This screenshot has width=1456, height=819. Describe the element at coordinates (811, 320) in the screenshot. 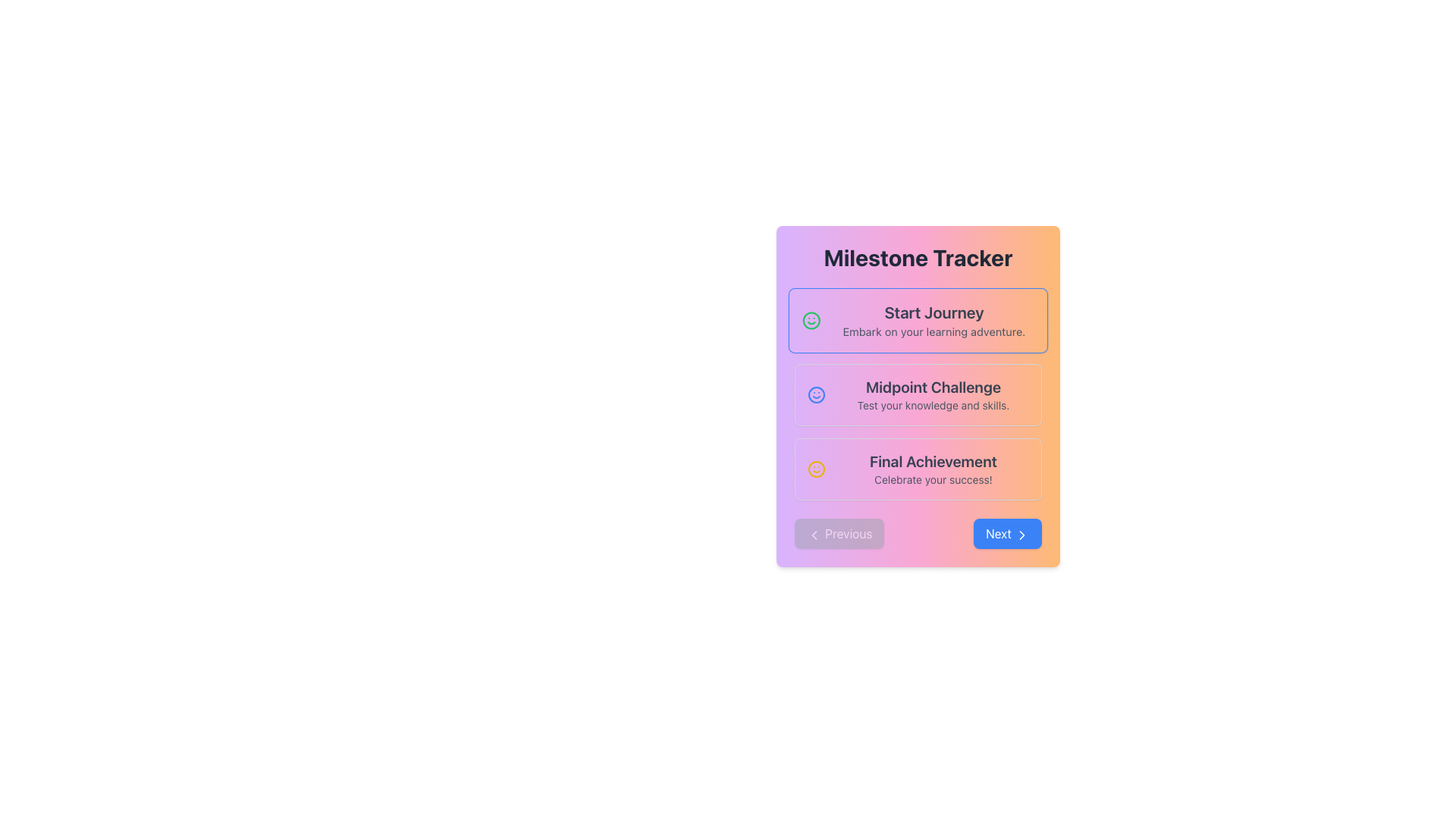

I see `the circular graphic that forms the outline of the smiling face icon in the milestone tracker interface, specifically associated with the 'Start Journey' step` at that location.